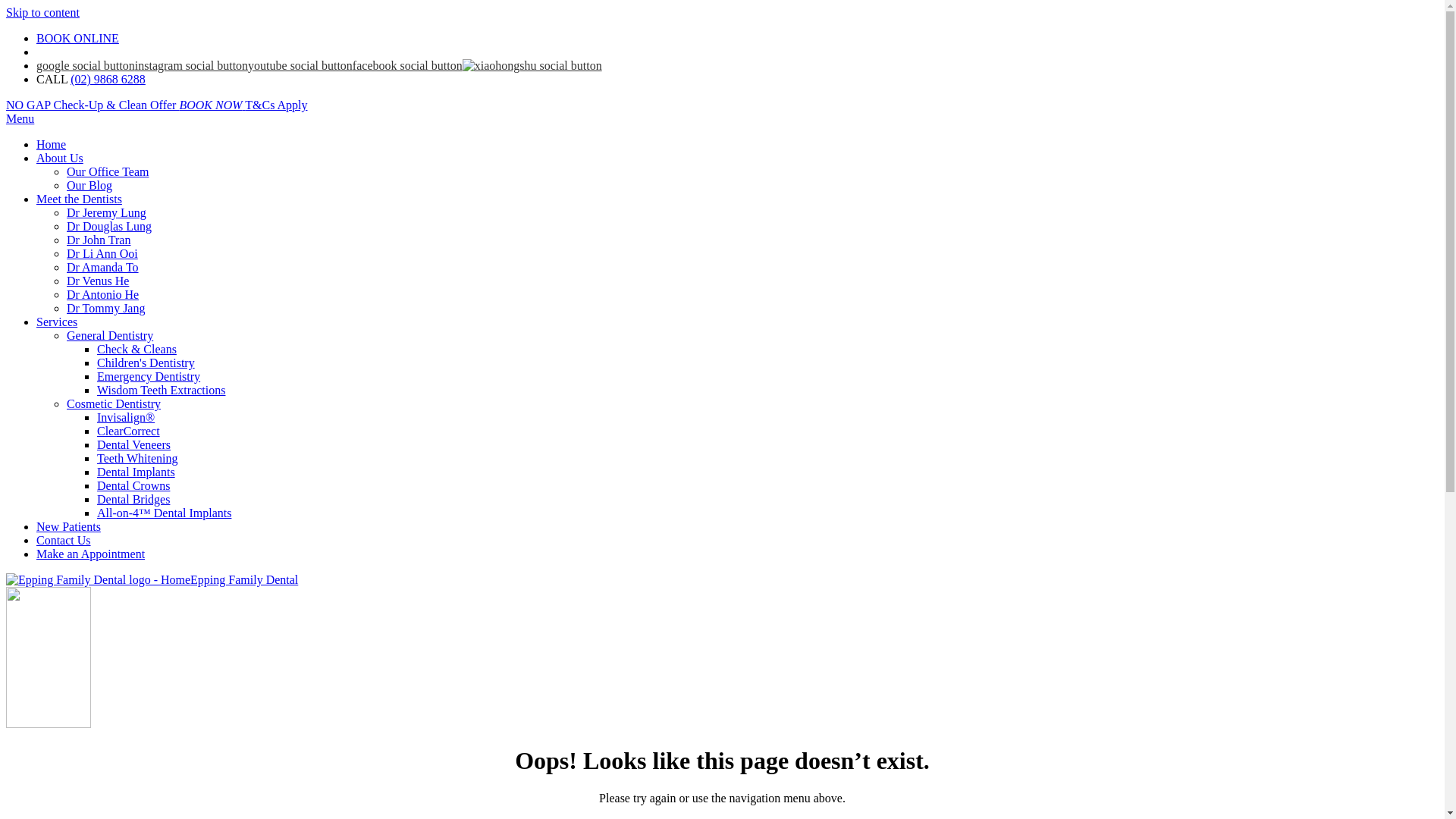  What do you see at coordinates (161, 389) in the screenshot?
I see `'Wisdom Teeth Extractions'` at bounding box center [161, 389].